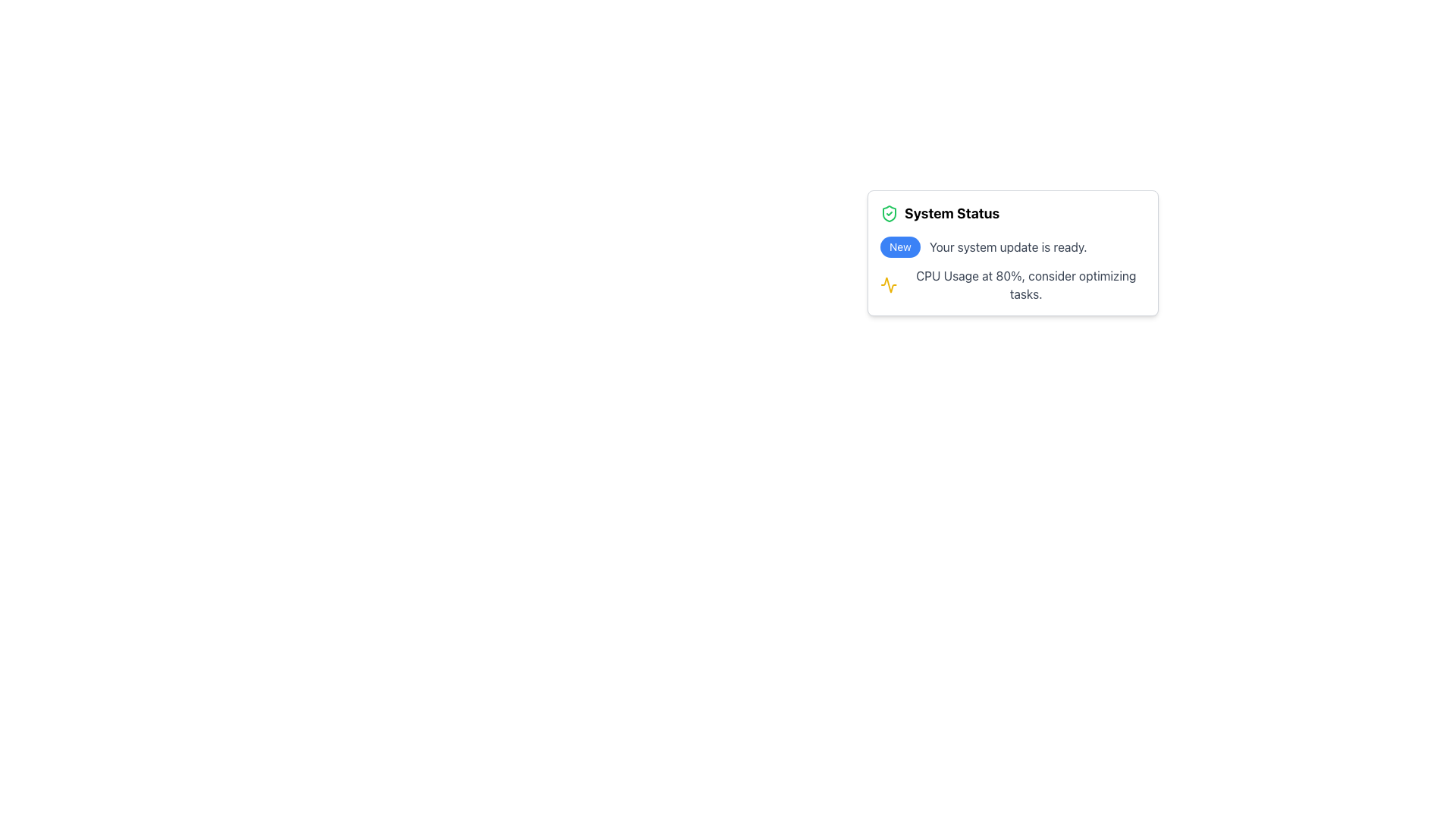  What do you see at coordinates (889, 213) in the screenshot?
I see `the visual indicator icon representing security or validation located to the immediate left of the 'System Status' heading` at bounding box center [889, 213].